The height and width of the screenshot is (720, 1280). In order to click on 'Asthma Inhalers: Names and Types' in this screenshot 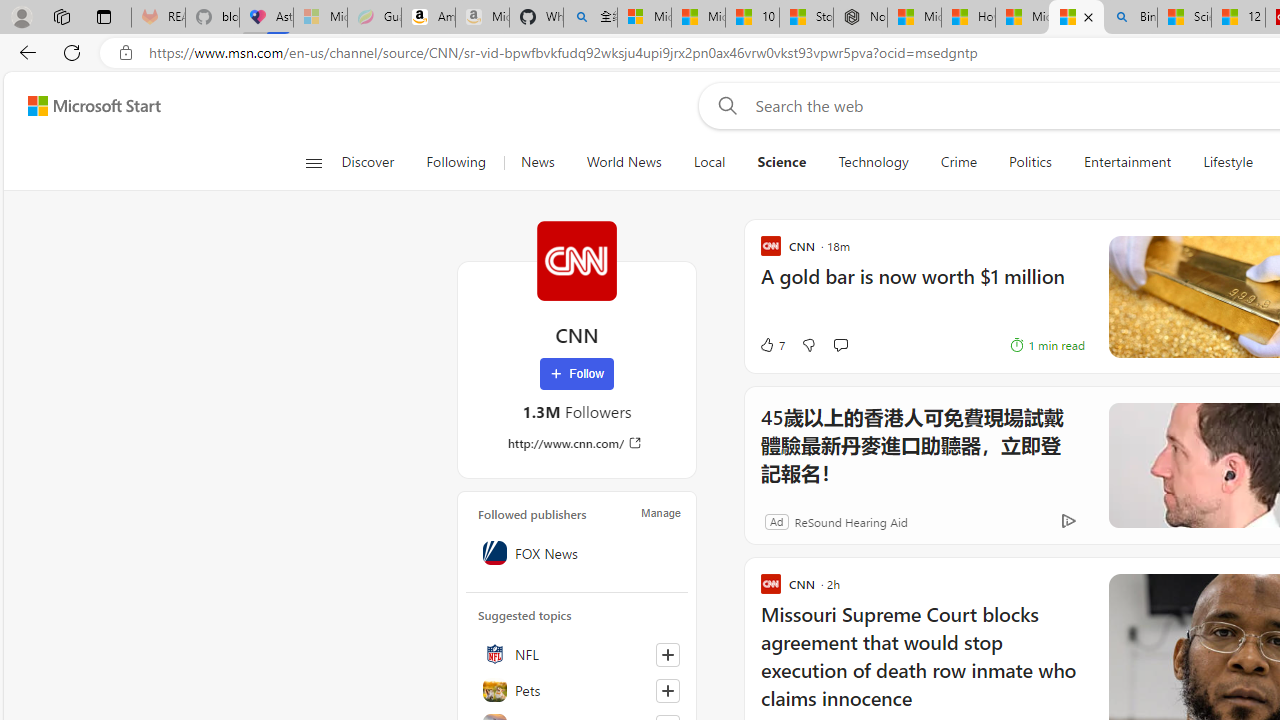, I will do `click(265, 17)`.